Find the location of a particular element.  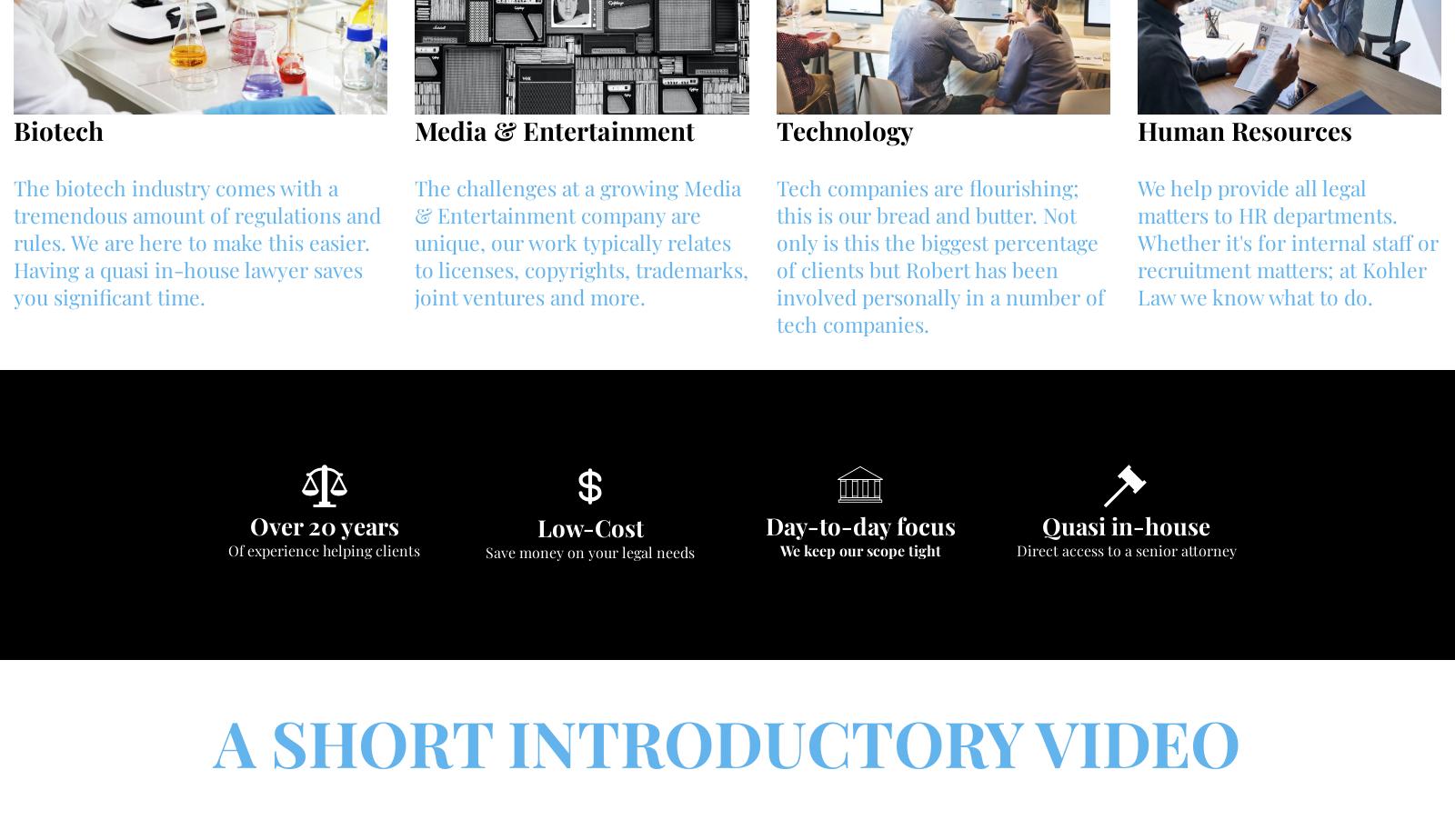

'Low-Cost' is located at coordinates (589, 527).